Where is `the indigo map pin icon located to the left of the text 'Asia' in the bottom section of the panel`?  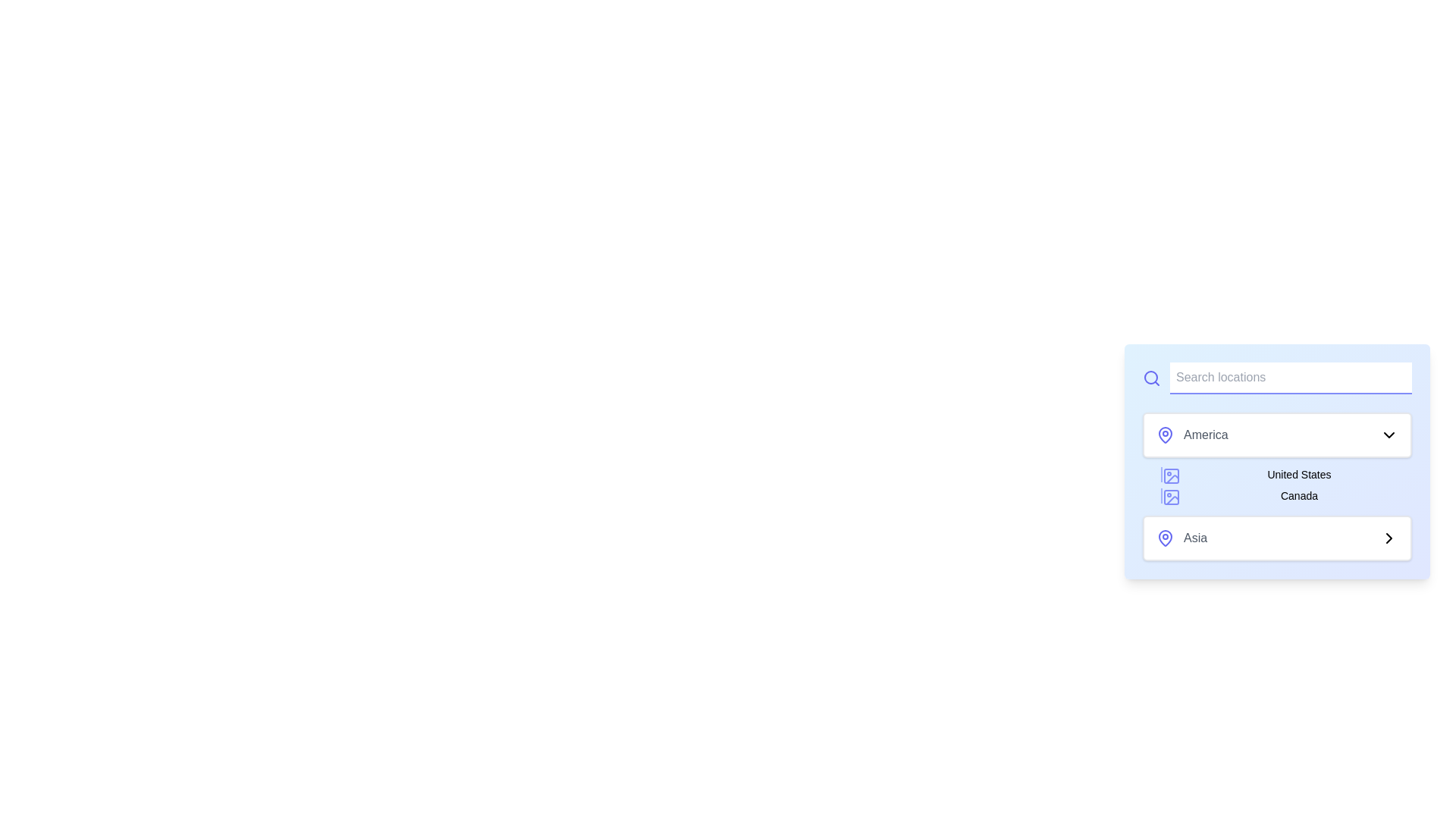 the indigo map pin icon located to the left of the text 'Asia' in the bottom section of the panel is located at coordinates (1164, 537).